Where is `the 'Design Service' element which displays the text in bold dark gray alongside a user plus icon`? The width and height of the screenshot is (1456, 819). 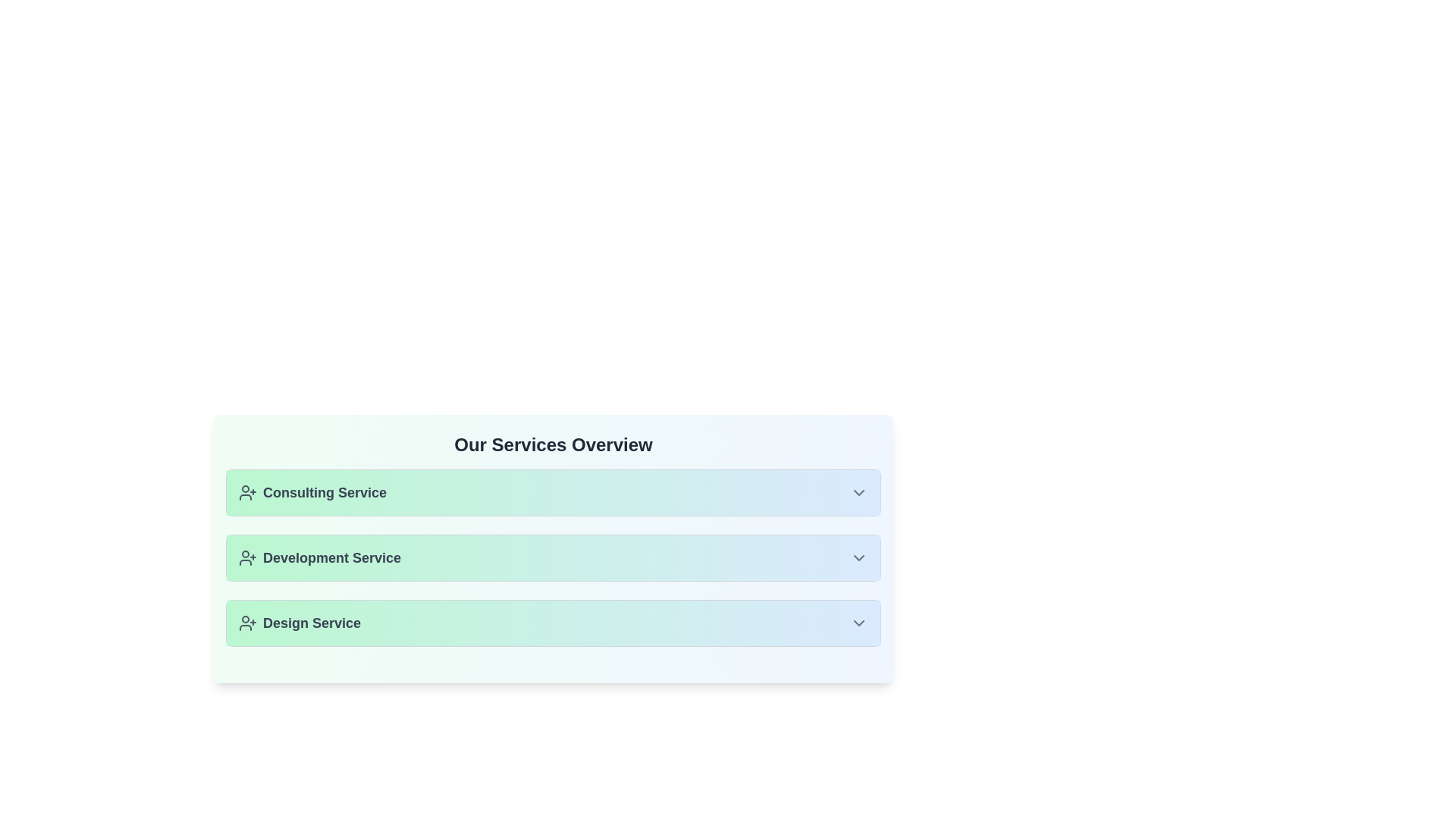
the 'Design Service' element which displays the text in bold dark gray alongside a user plus icon is located at coordinates (300, 623).